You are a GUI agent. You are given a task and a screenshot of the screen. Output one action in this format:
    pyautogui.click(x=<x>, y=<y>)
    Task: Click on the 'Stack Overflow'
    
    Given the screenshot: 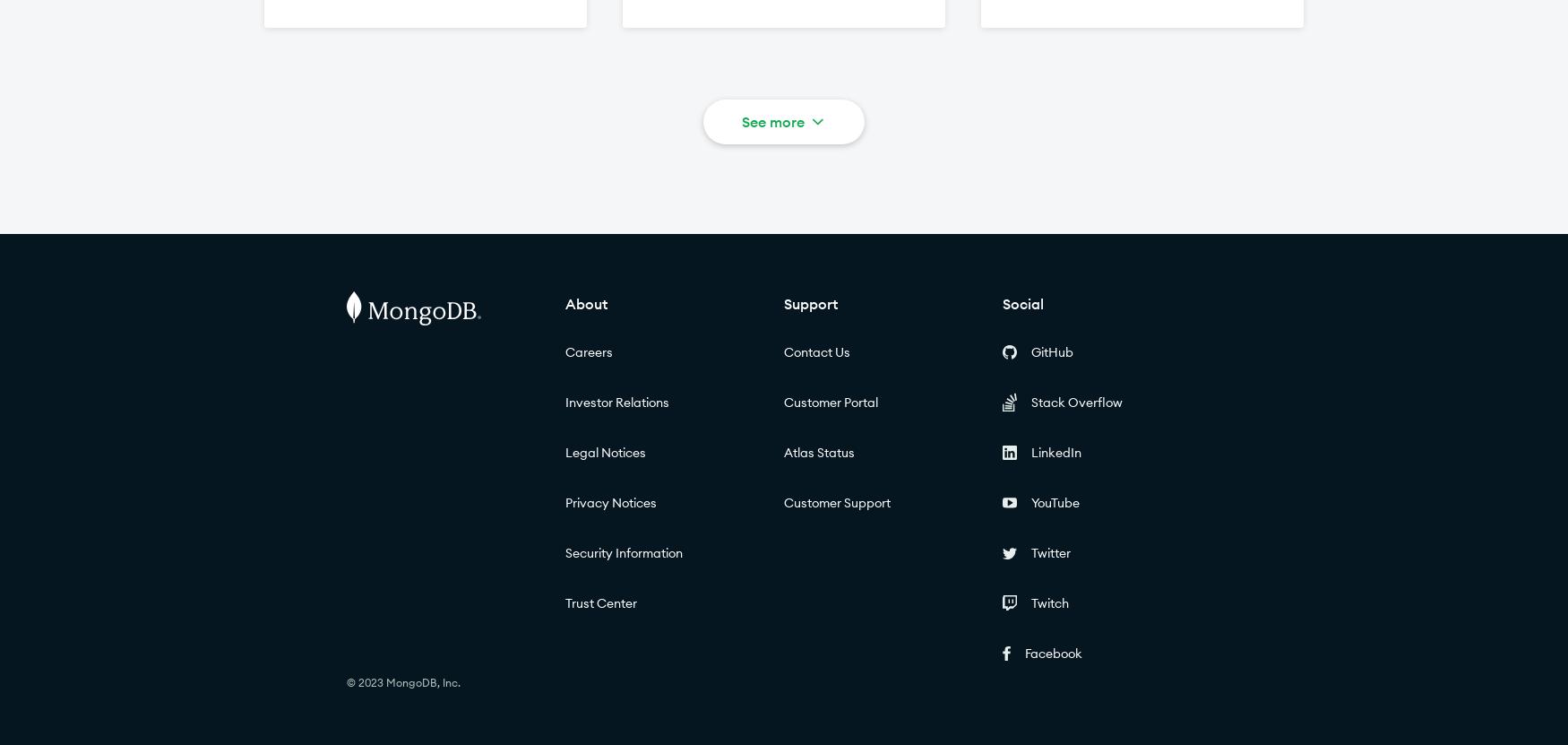 What is the action you would take?
    pyautogui.click(x=1077, y=401)
    